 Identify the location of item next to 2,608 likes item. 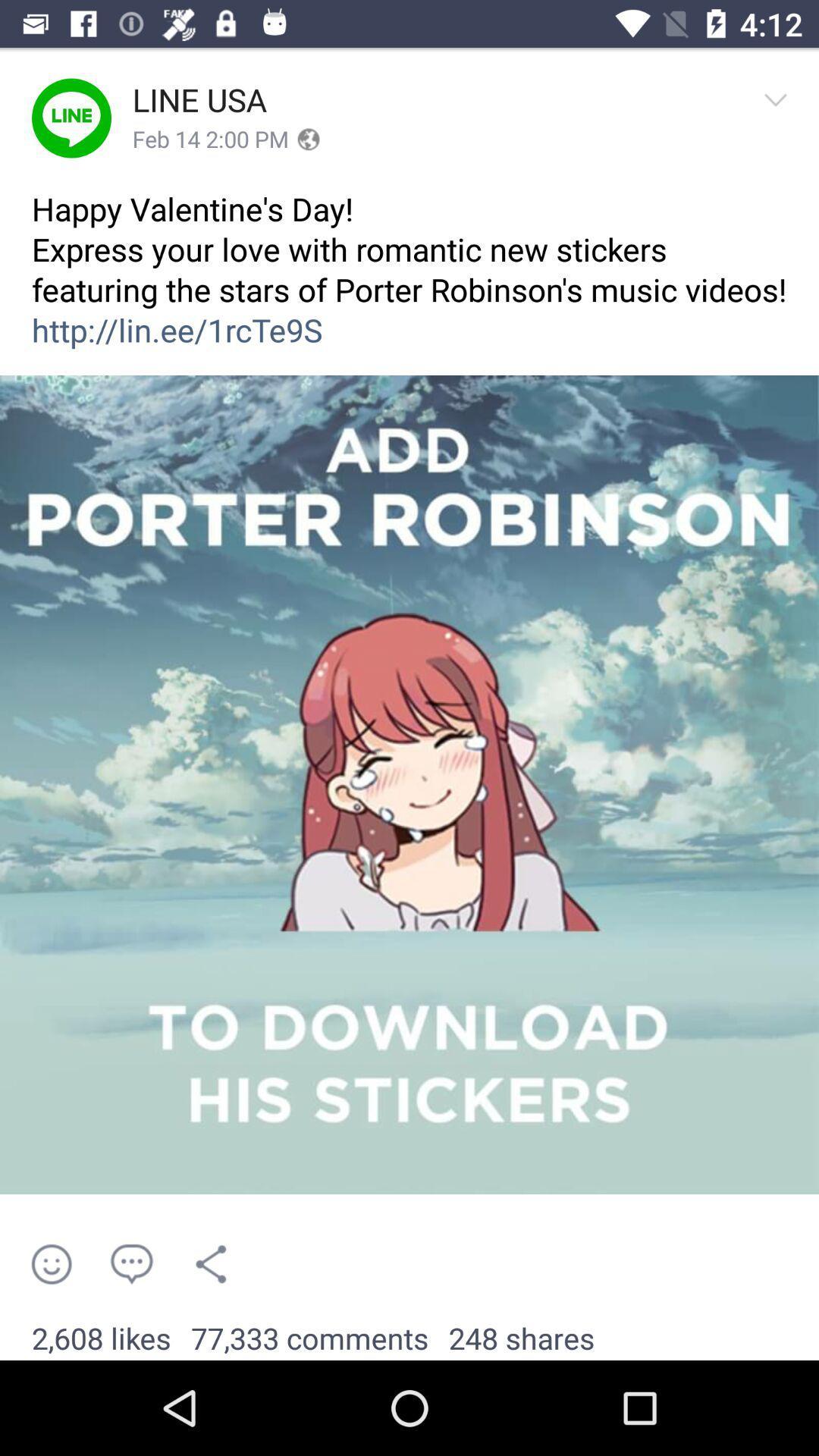
(309, 1339).